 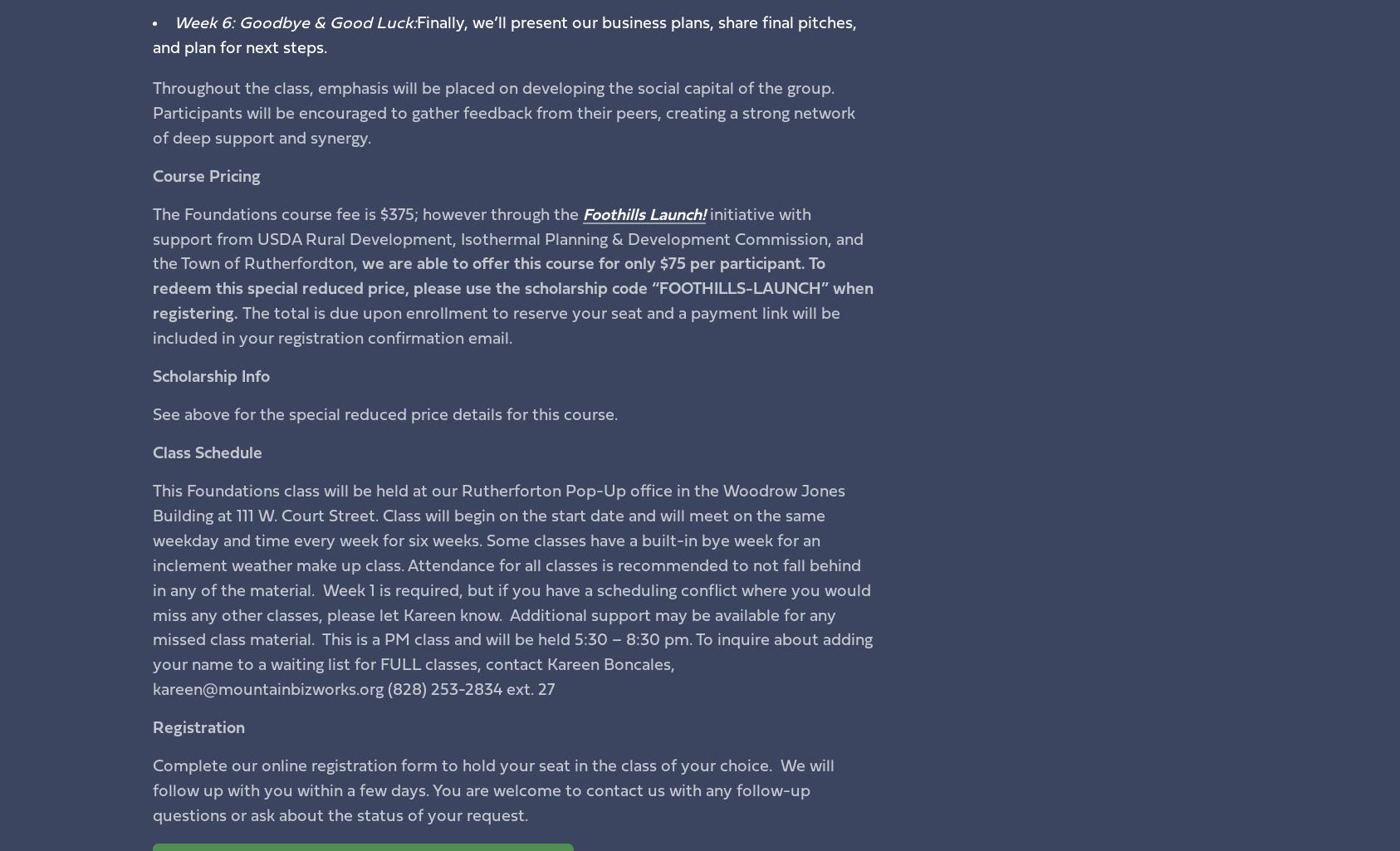 What do you see at coordinates (207, 453) in the screenshot?
I see `'Class Schedule'` at bounding box center [207, 453].